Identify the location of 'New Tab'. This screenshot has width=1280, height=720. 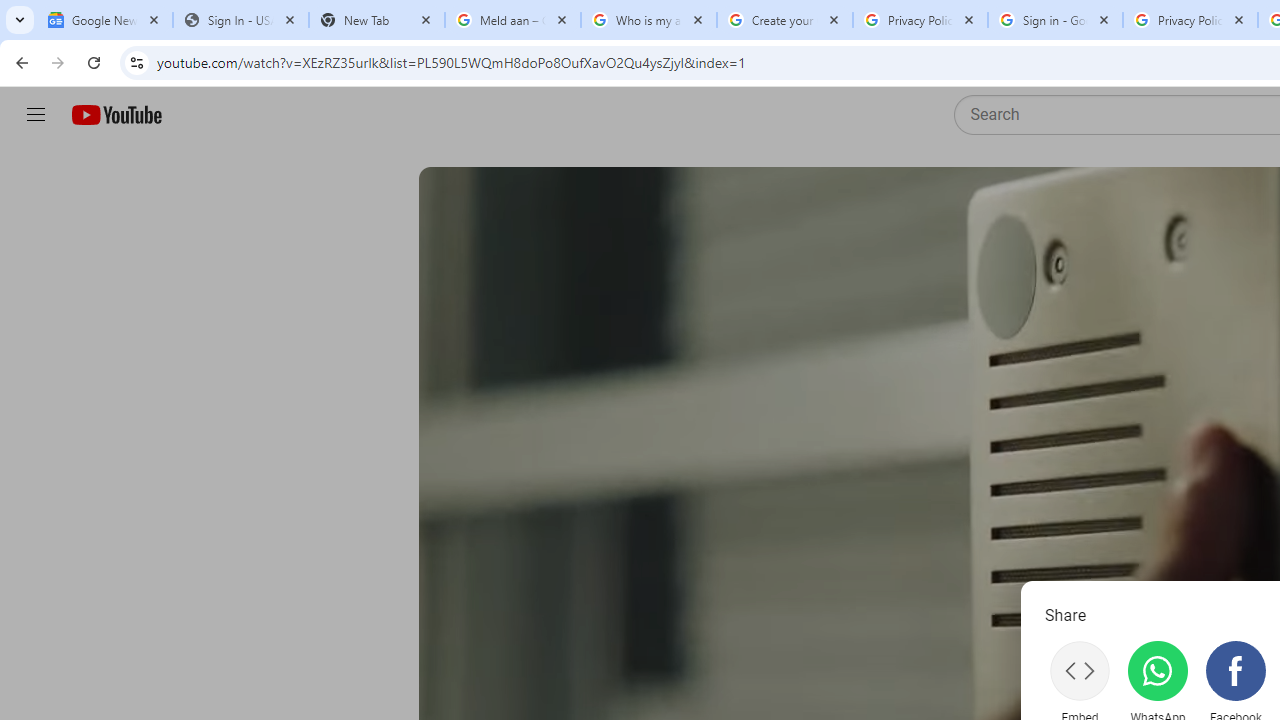
(376, 20).